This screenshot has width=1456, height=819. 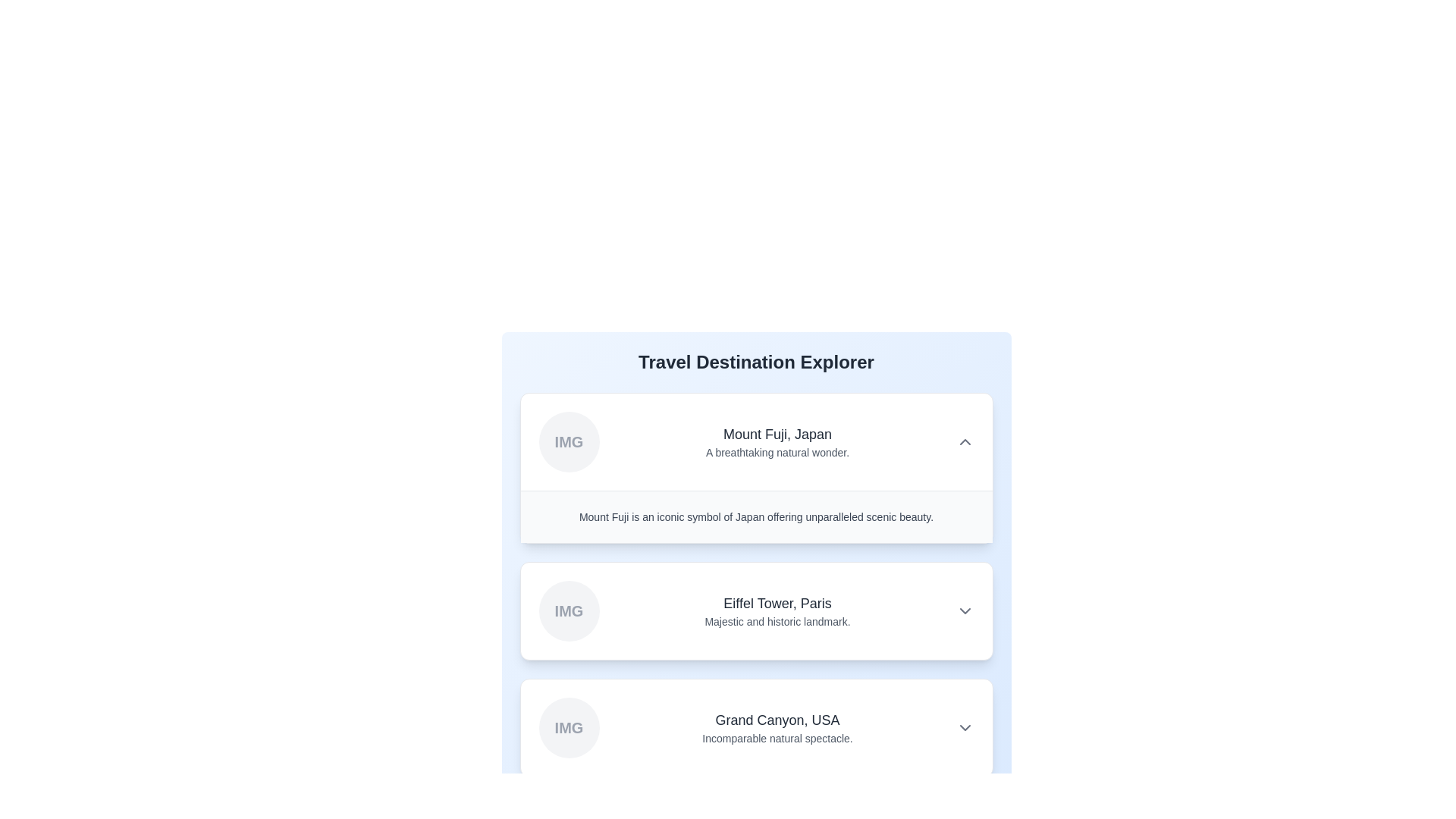 What do you see at coordinates (964, 727) in the screenshot?
I see `the expand/collapse button for the destination Grand Canyon, USA` at bounding box center [964, 727].